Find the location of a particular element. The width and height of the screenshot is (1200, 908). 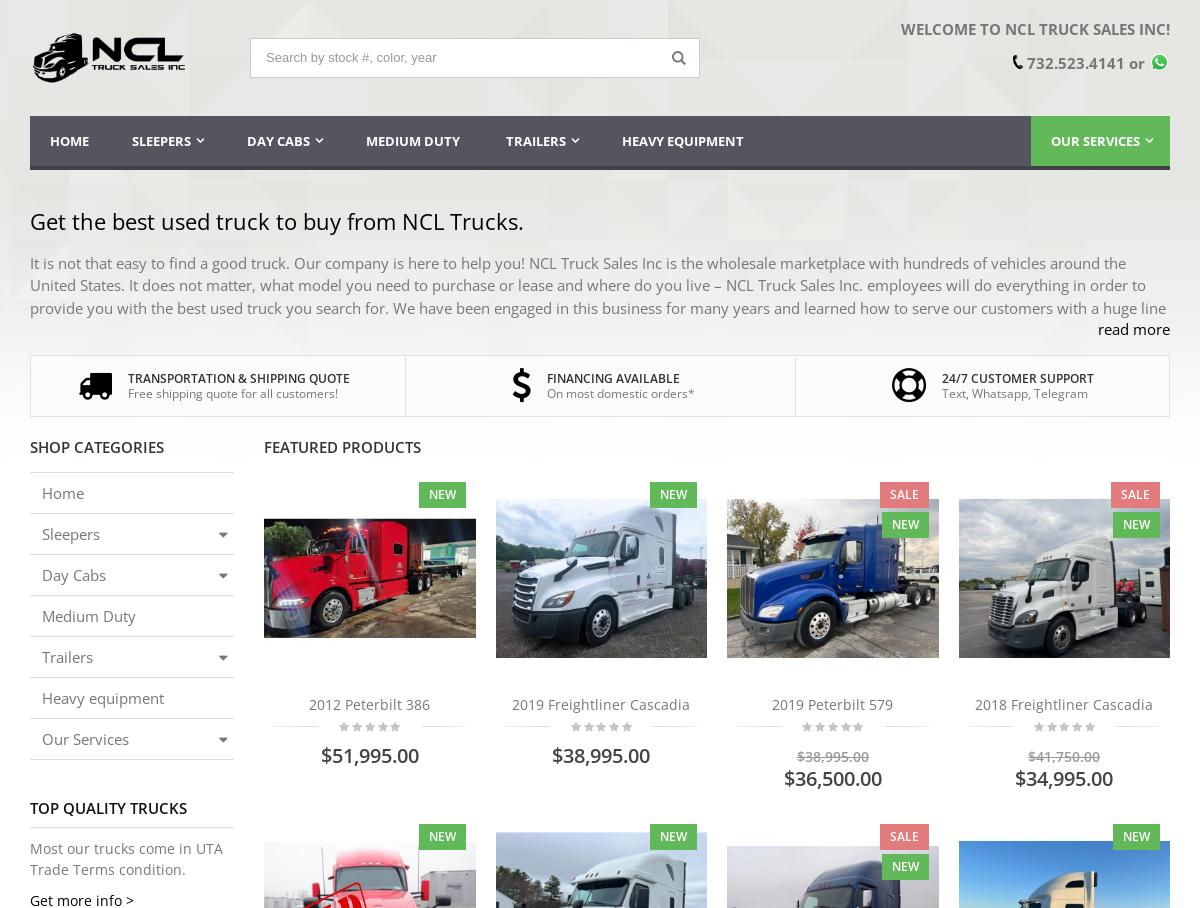

'SHOP CATEGORIES' is located at coordinates (30, 447).